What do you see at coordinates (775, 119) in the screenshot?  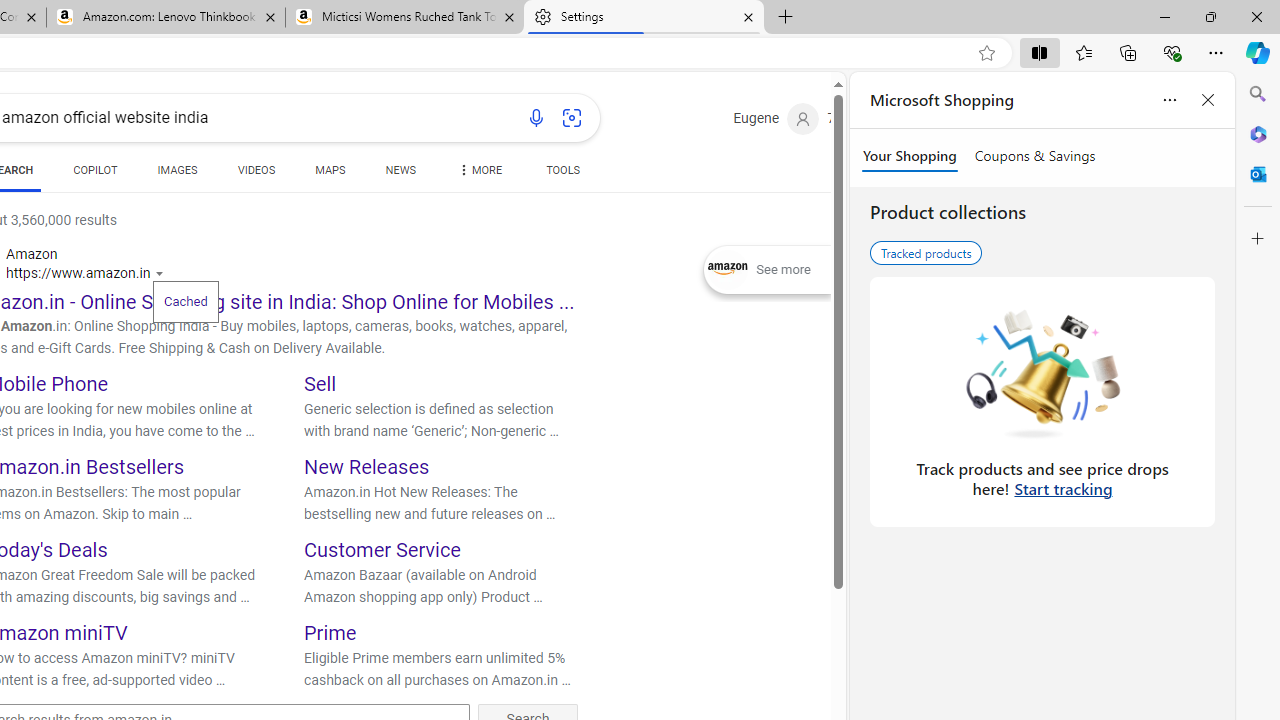 I see `'Eugene'` at bounding box center [775, 119].